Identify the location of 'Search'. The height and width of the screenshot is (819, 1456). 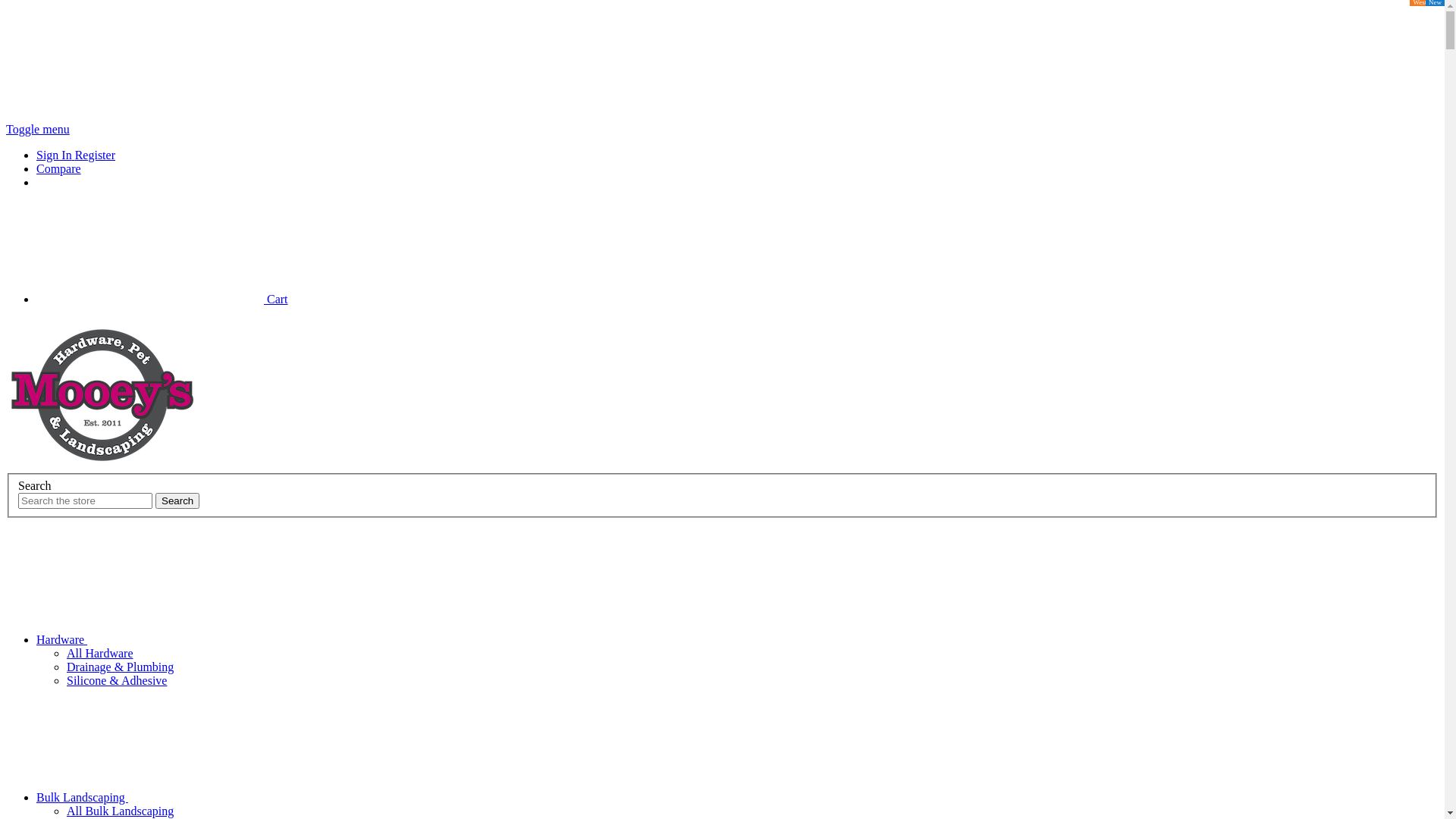
(177, 500).